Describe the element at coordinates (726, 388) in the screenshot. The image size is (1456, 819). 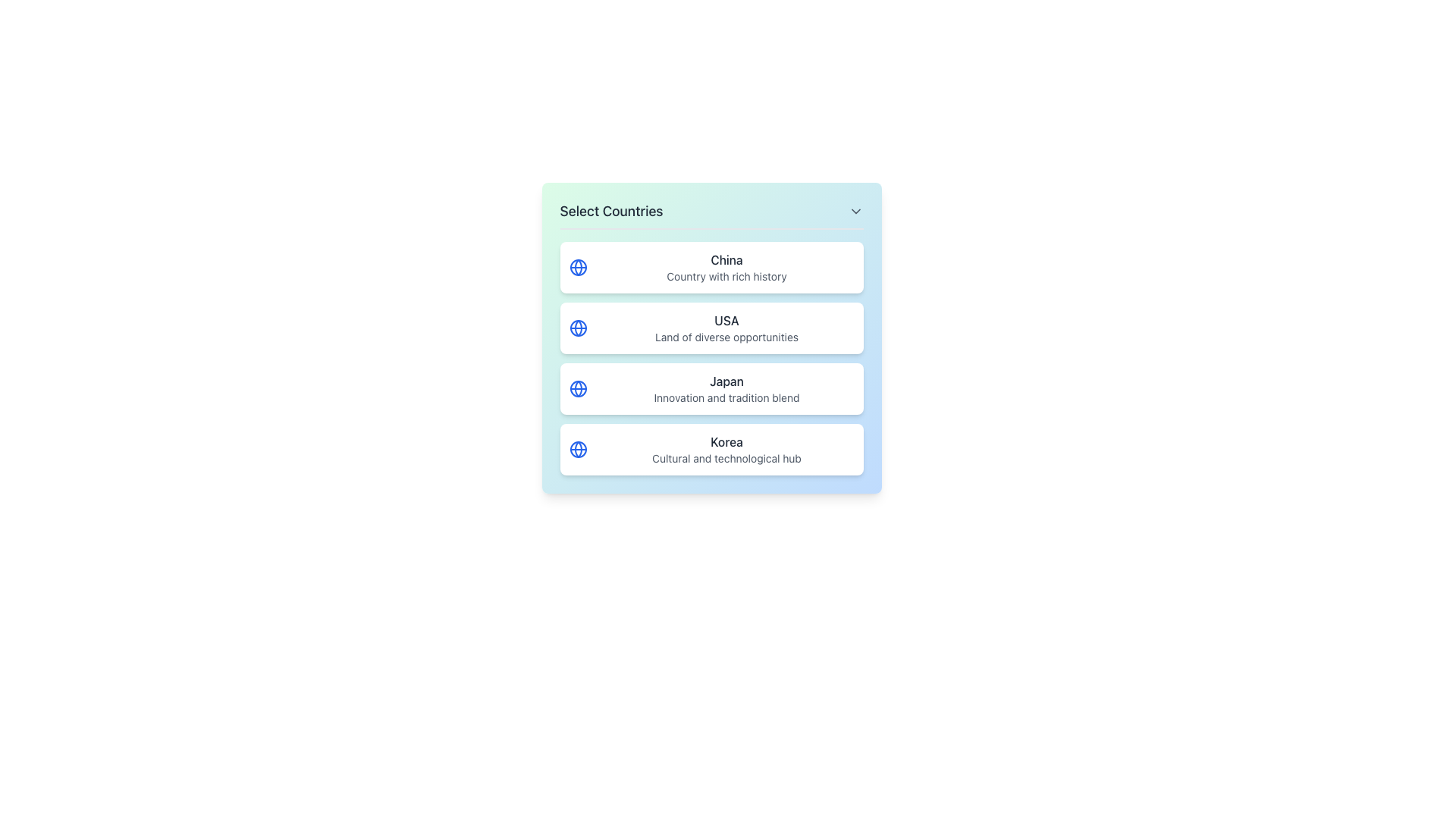
I see `the selectable list item representing 'Japan'` at that location.